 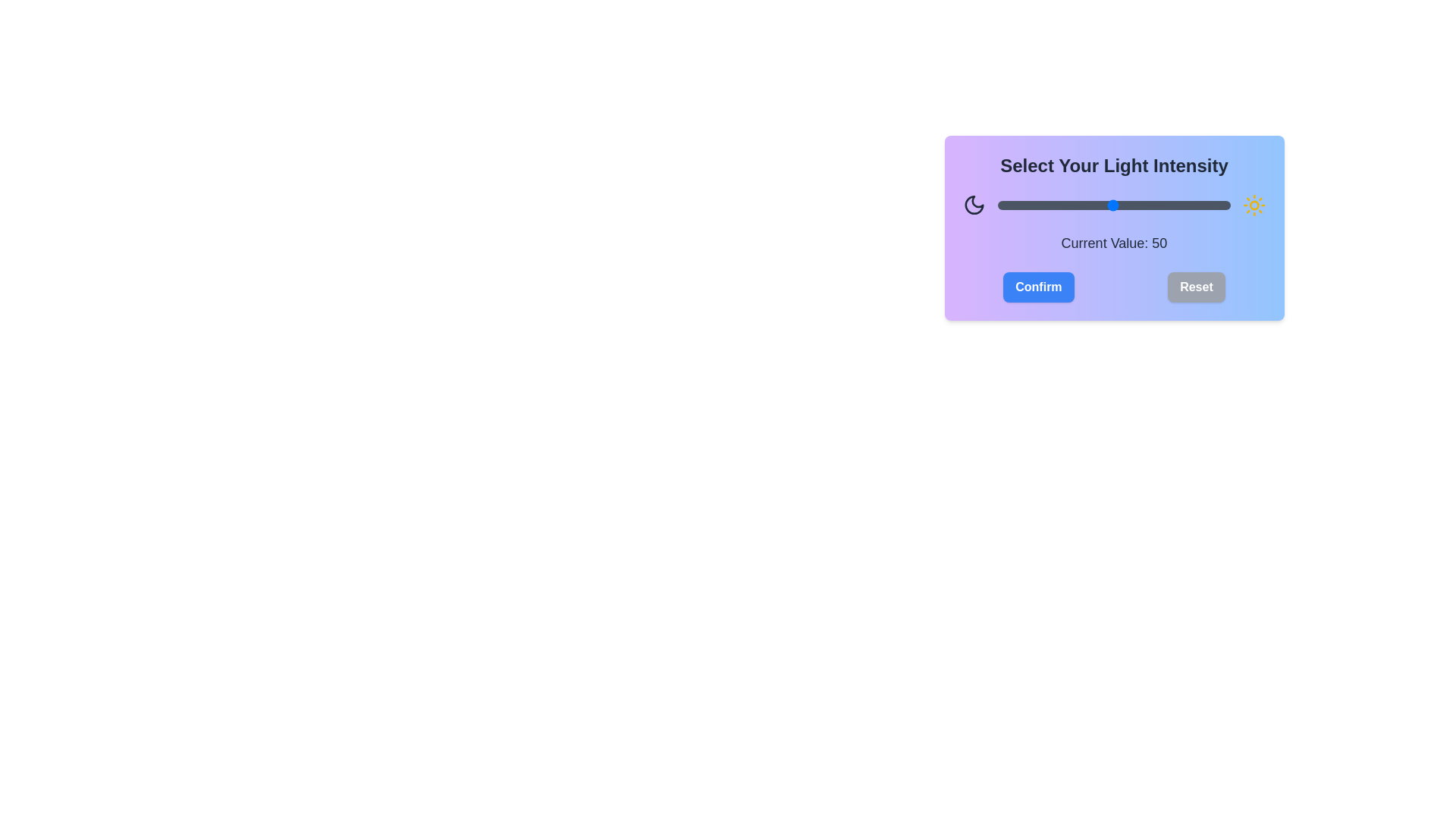 I want to click on the text displaying the current value of the slider, so click(x=1114, y=242).